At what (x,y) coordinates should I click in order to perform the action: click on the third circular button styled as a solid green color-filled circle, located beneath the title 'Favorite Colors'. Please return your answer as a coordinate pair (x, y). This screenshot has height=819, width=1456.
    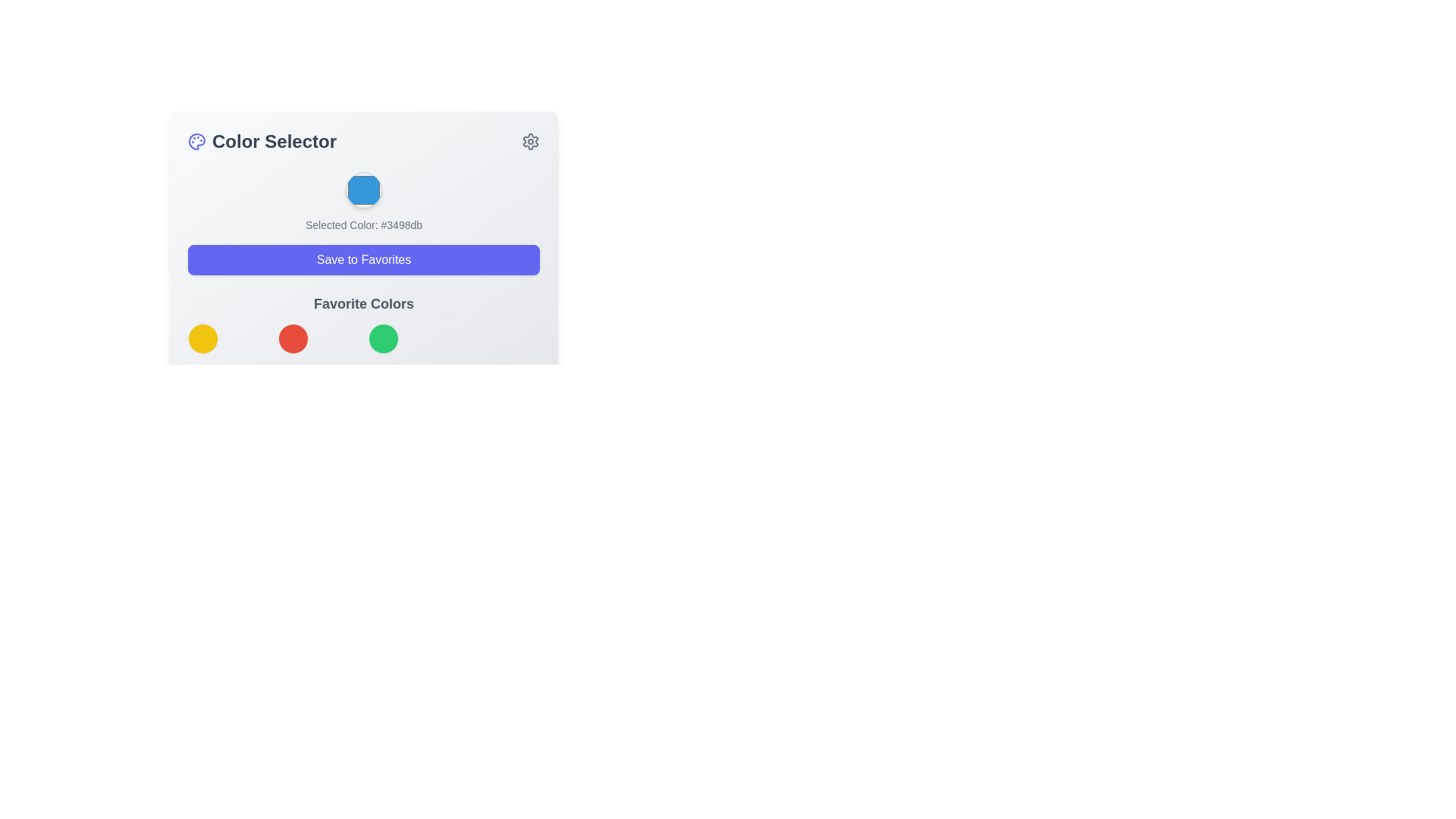
    Looking at the image, I should click on (364, 338).